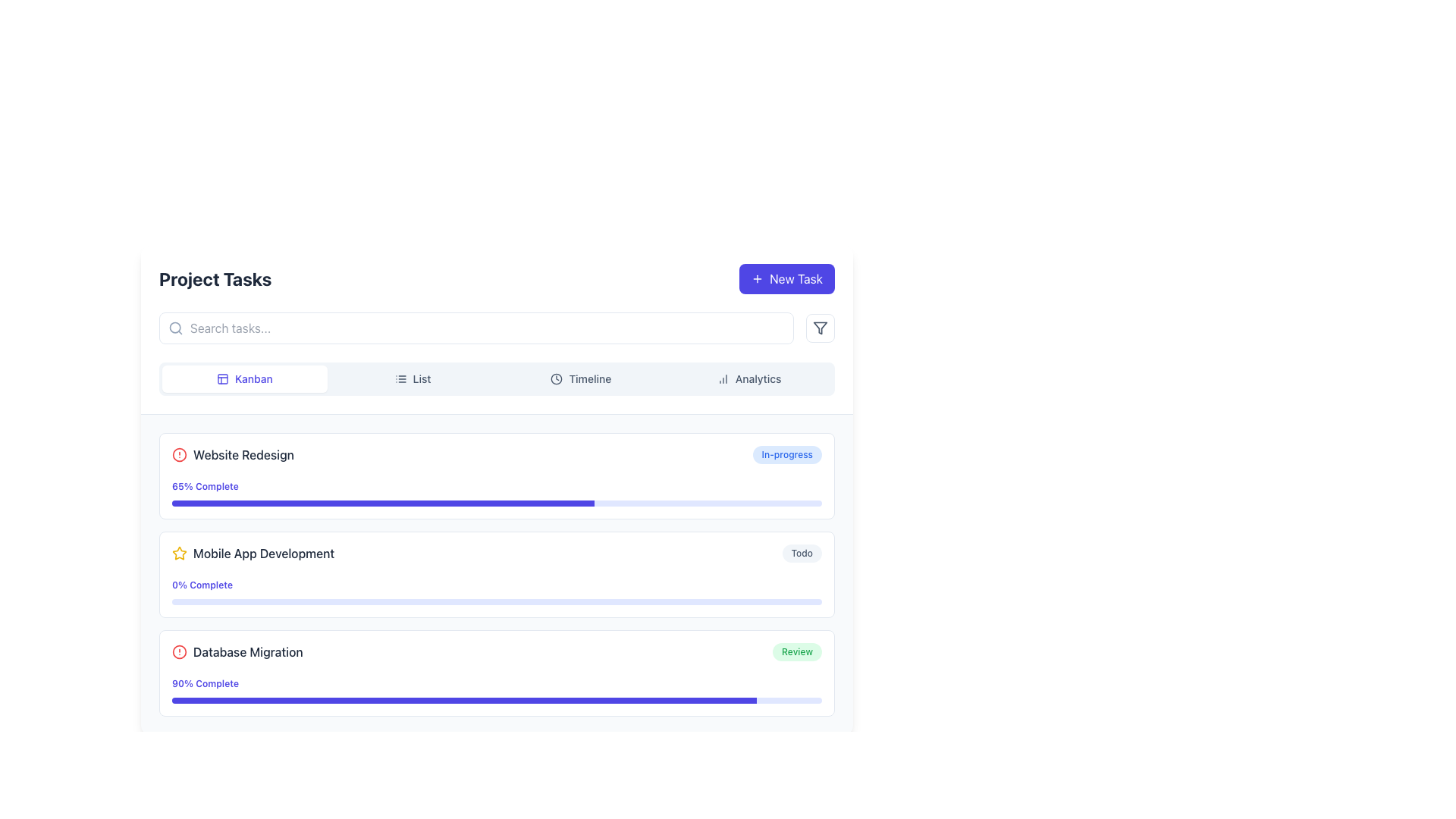 This screenshot has height=819, width=1456. What do you see at coordinates (819, 327) in the screenshot?
I see `the filter button located at the far right of the group of elements, next to the search bar and the 'New Task' button` at bounding box center [819, 327].